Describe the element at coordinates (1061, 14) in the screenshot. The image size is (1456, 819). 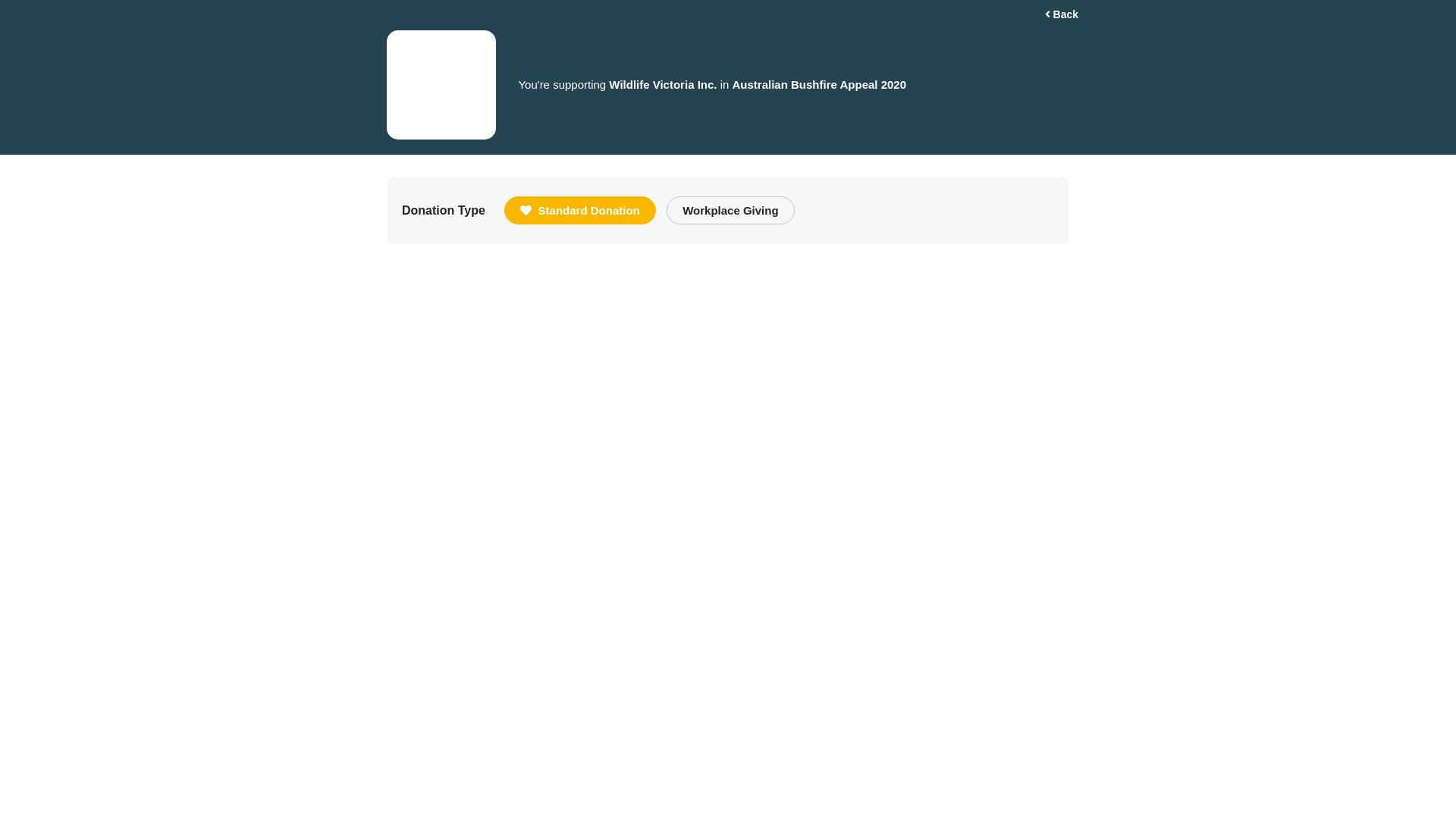
I see `'Back'` at that location.